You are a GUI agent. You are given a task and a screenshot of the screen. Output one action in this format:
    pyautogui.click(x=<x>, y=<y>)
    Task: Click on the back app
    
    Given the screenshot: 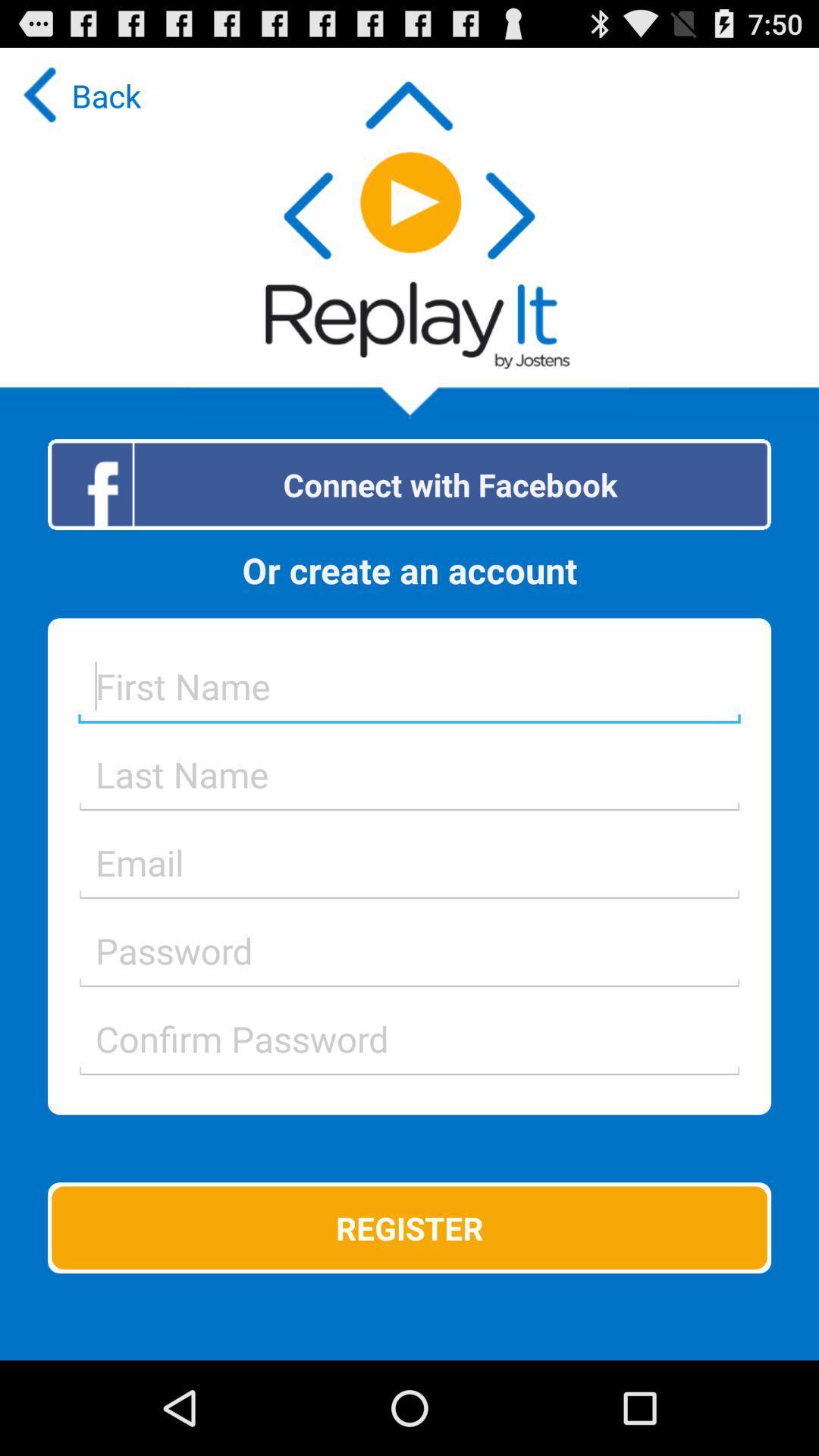 What is the action you would take?
    pyautogui.click(x=78, y=94)
    